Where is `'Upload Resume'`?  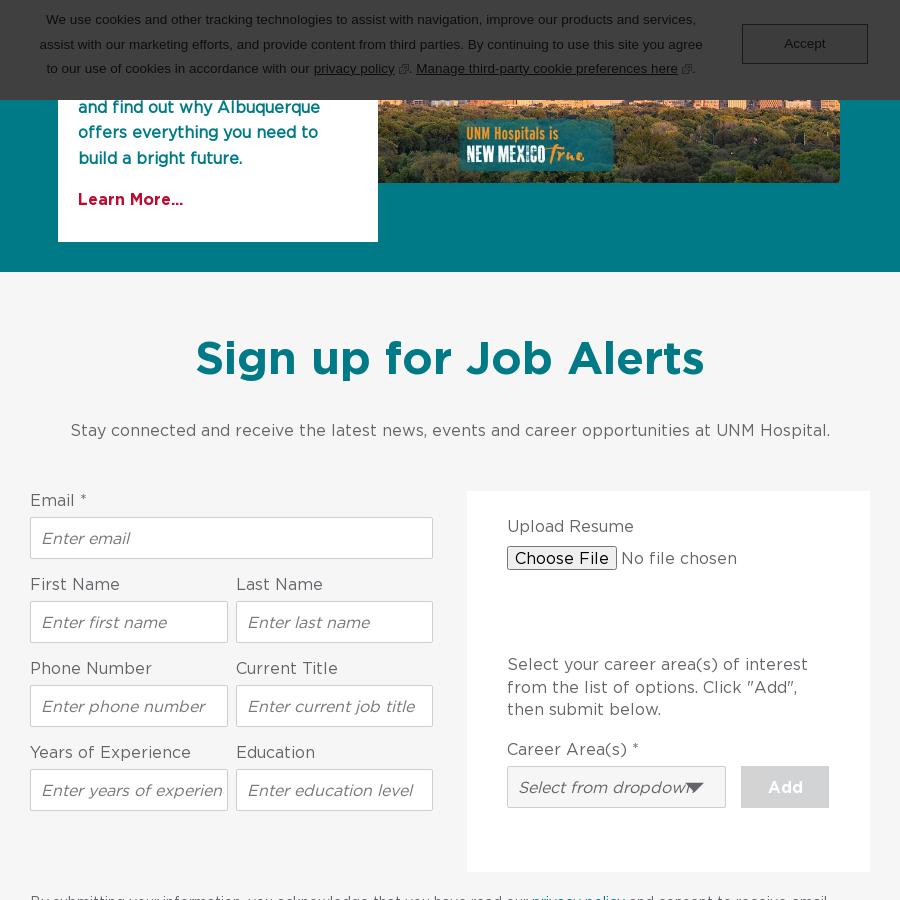 'Upload Resume' is located at coordinates (569, 524).